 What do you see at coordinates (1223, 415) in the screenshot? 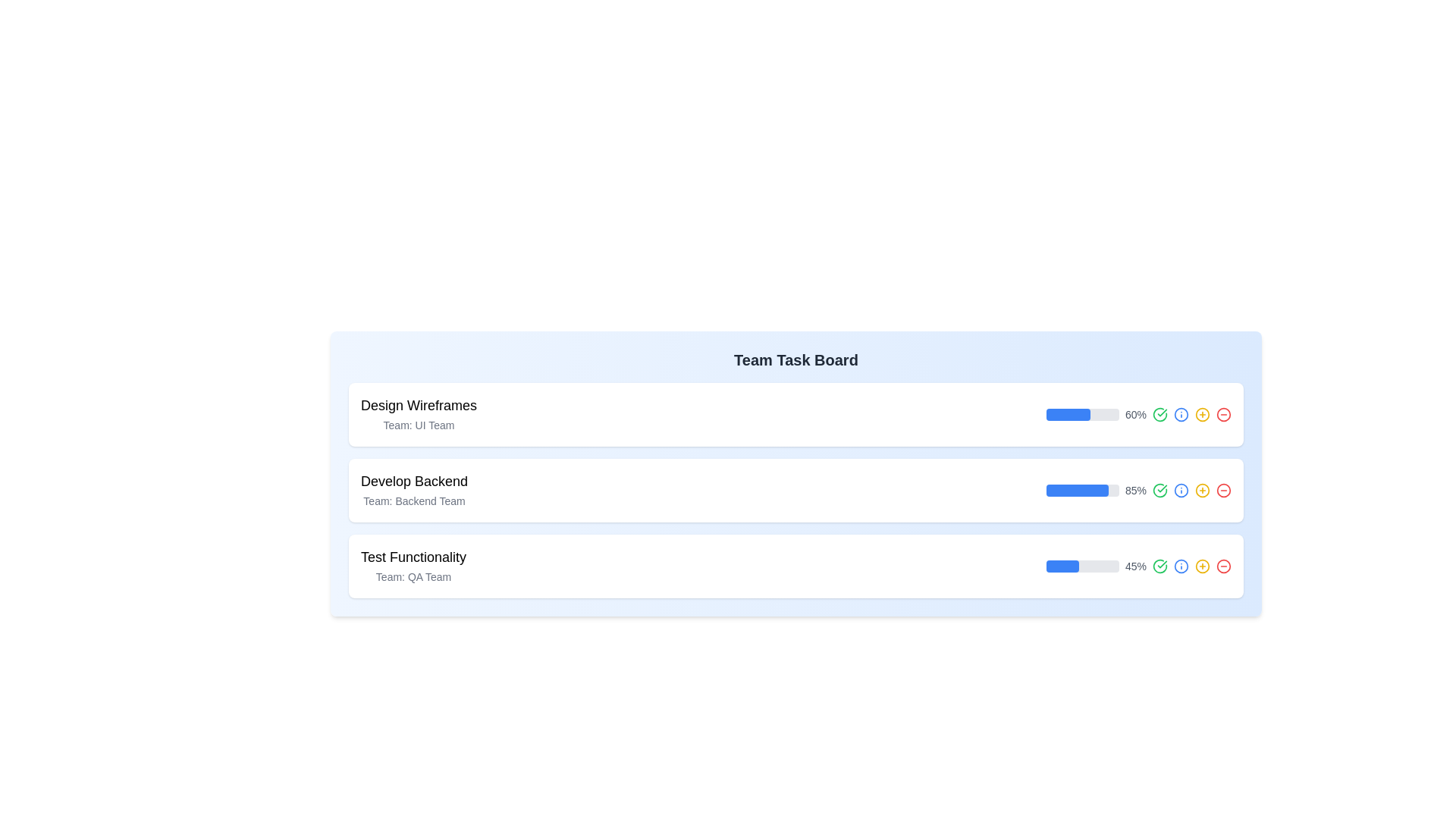
I see `the circular red icon in the SVG graphical component, which is part of the topmost task entry near the progress bar and the '60%' text` at bounding box center [1223, 415].